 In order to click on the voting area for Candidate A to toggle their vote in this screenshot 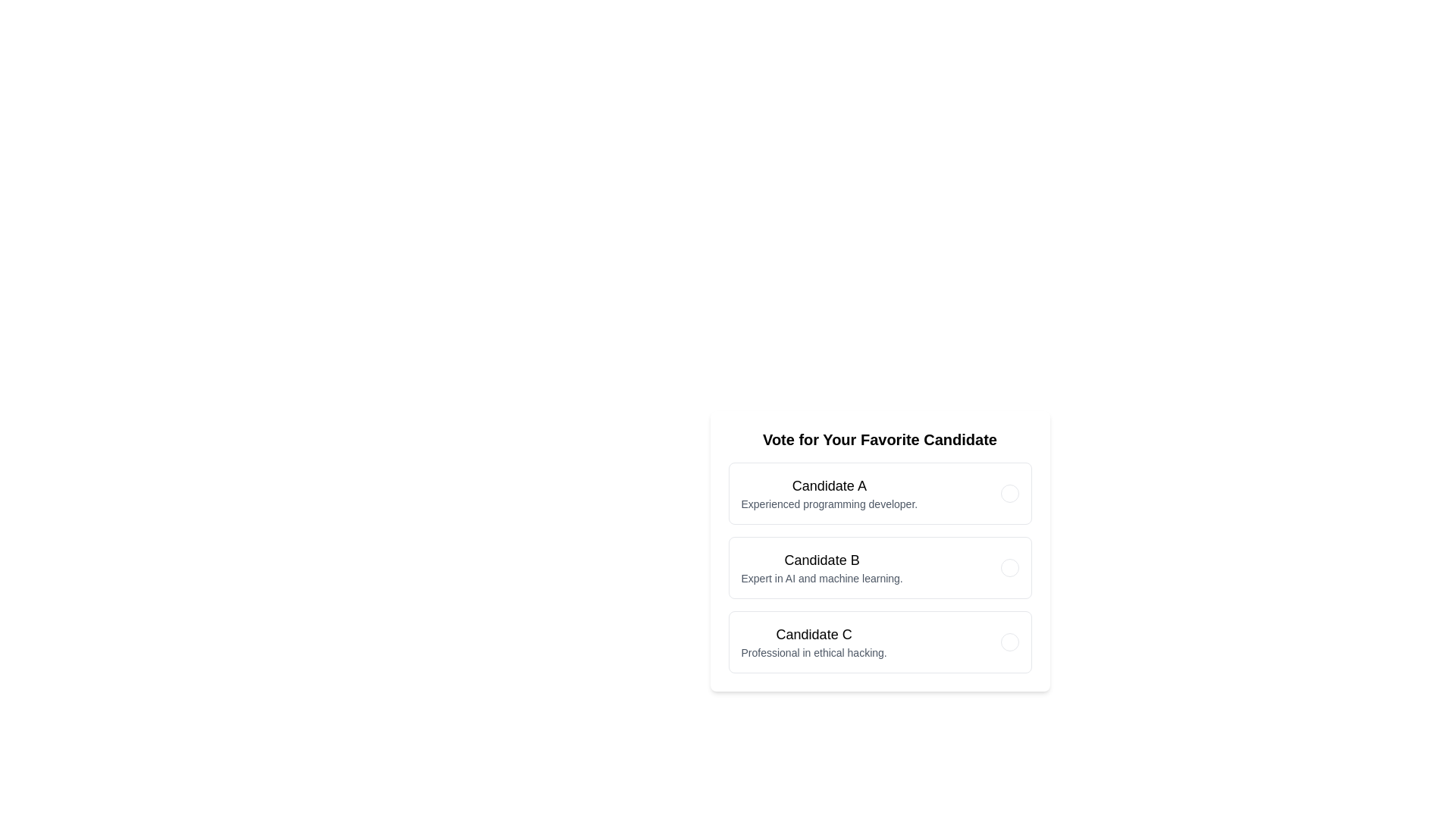, I will do `click(880, 494)`.